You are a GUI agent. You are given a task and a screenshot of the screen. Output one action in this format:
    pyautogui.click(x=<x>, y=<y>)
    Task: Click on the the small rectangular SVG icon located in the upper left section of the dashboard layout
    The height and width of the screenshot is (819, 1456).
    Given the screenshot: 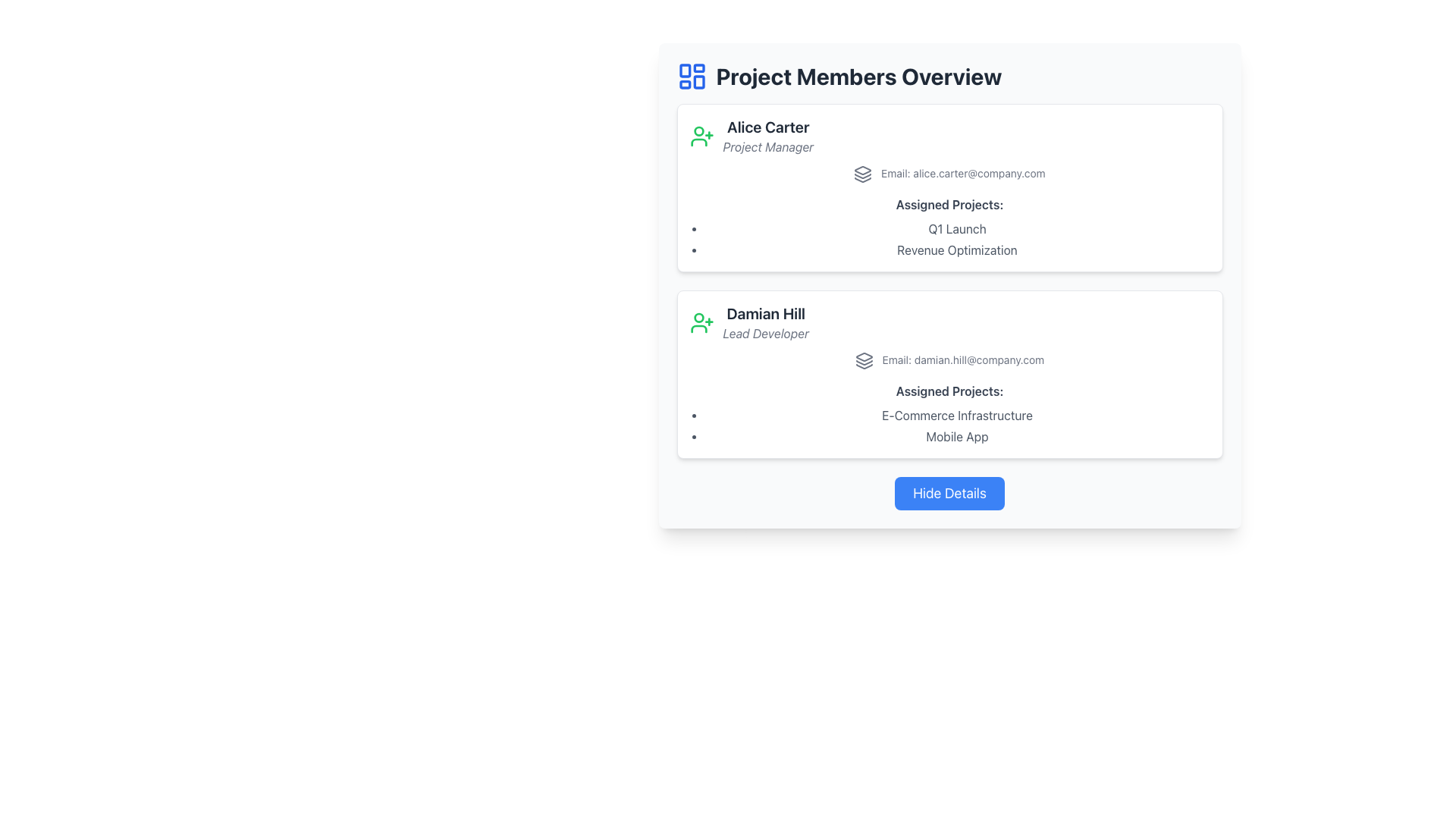 What is the action you would take?
    pyautogui.click(x=684, y=71)
    